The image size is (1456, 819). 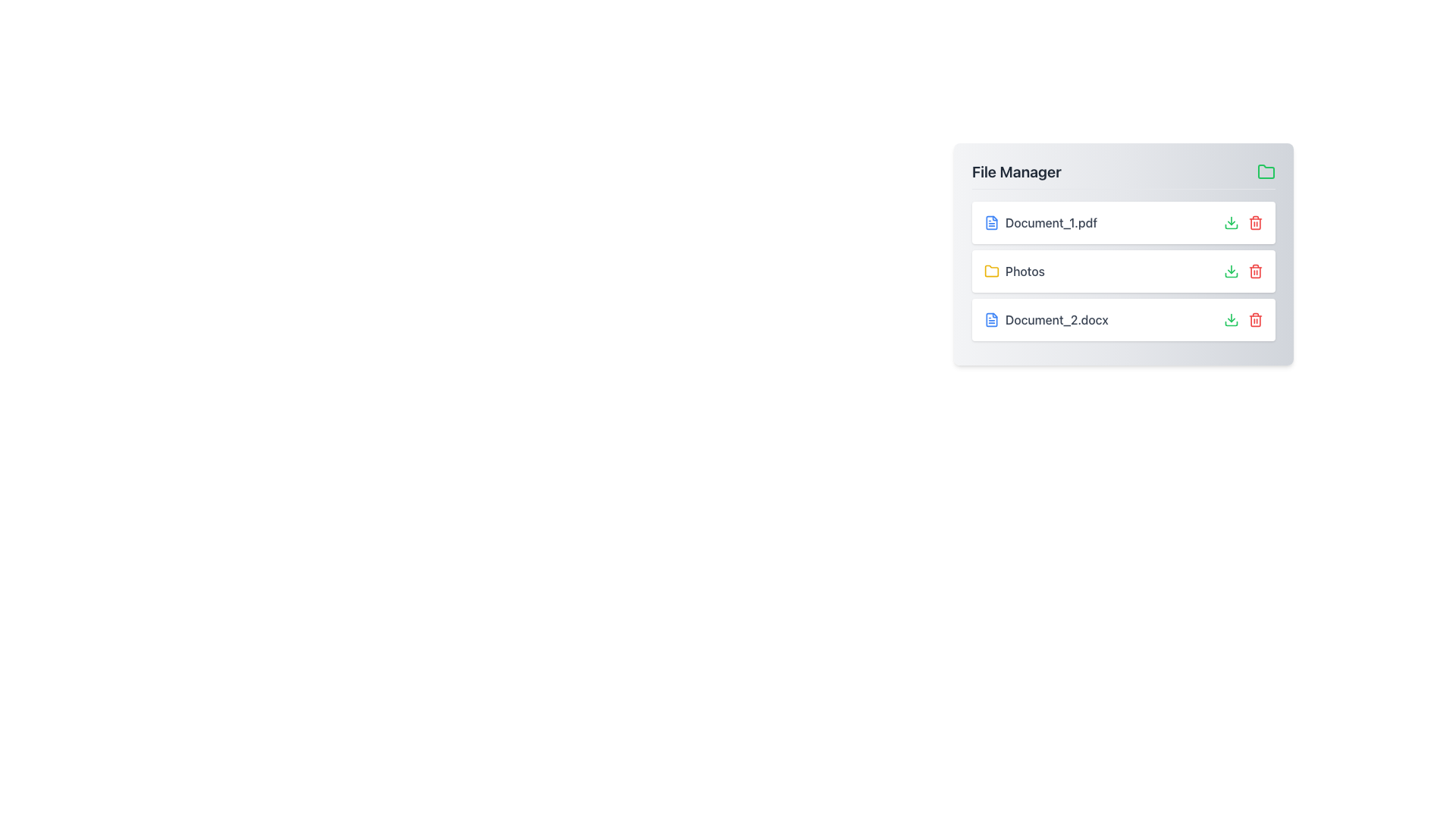 What do you see at coordinates (1015, 271) in the screenshot?
I see `the 'Photos' folder label with the yellow folder icon in the File Manager` at bounding box center [1015, 271].